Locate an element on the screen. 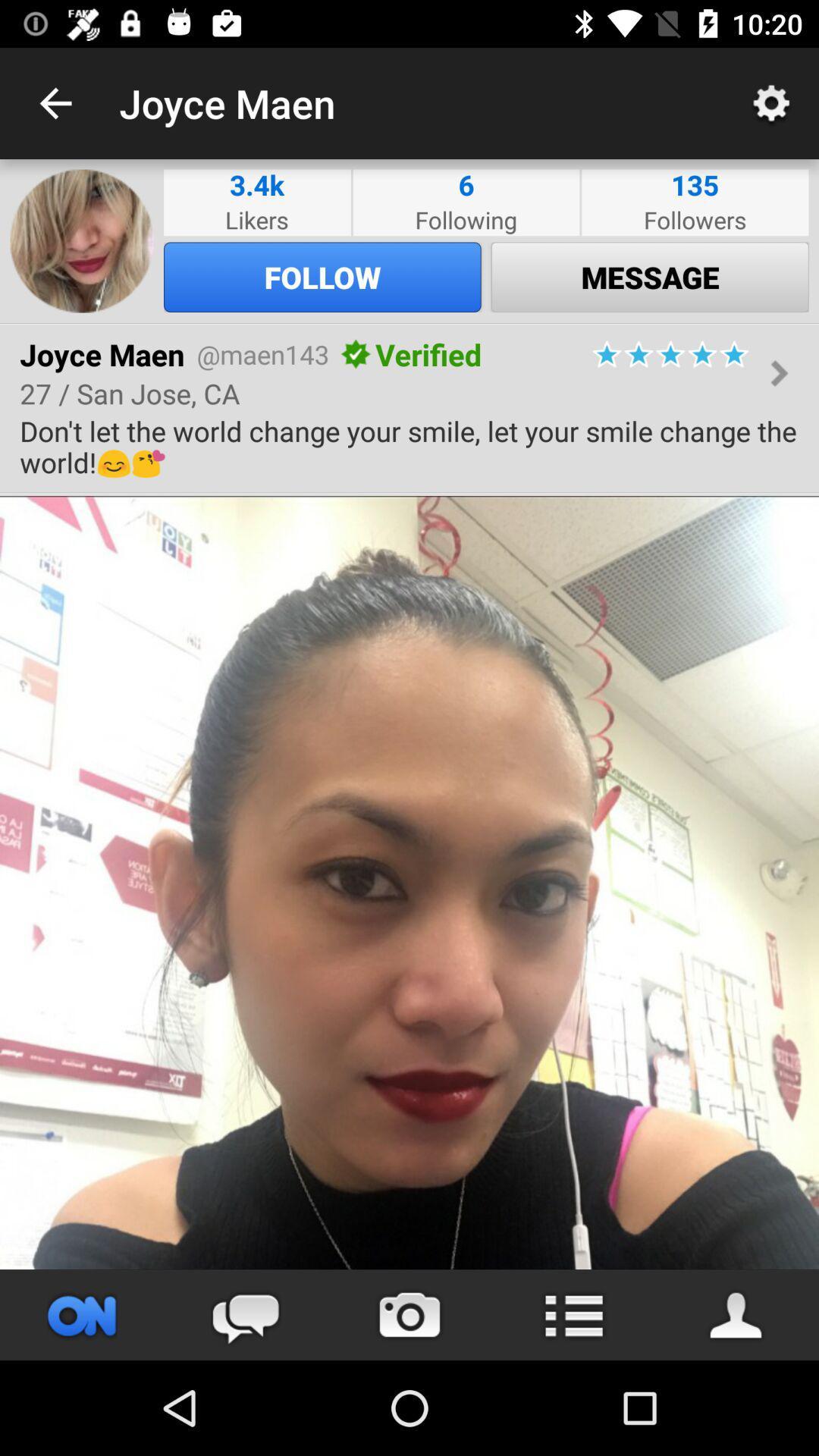 This screenshot has width=819, height=1456. icon to the right of the follow is located at coordinates (649, 277).